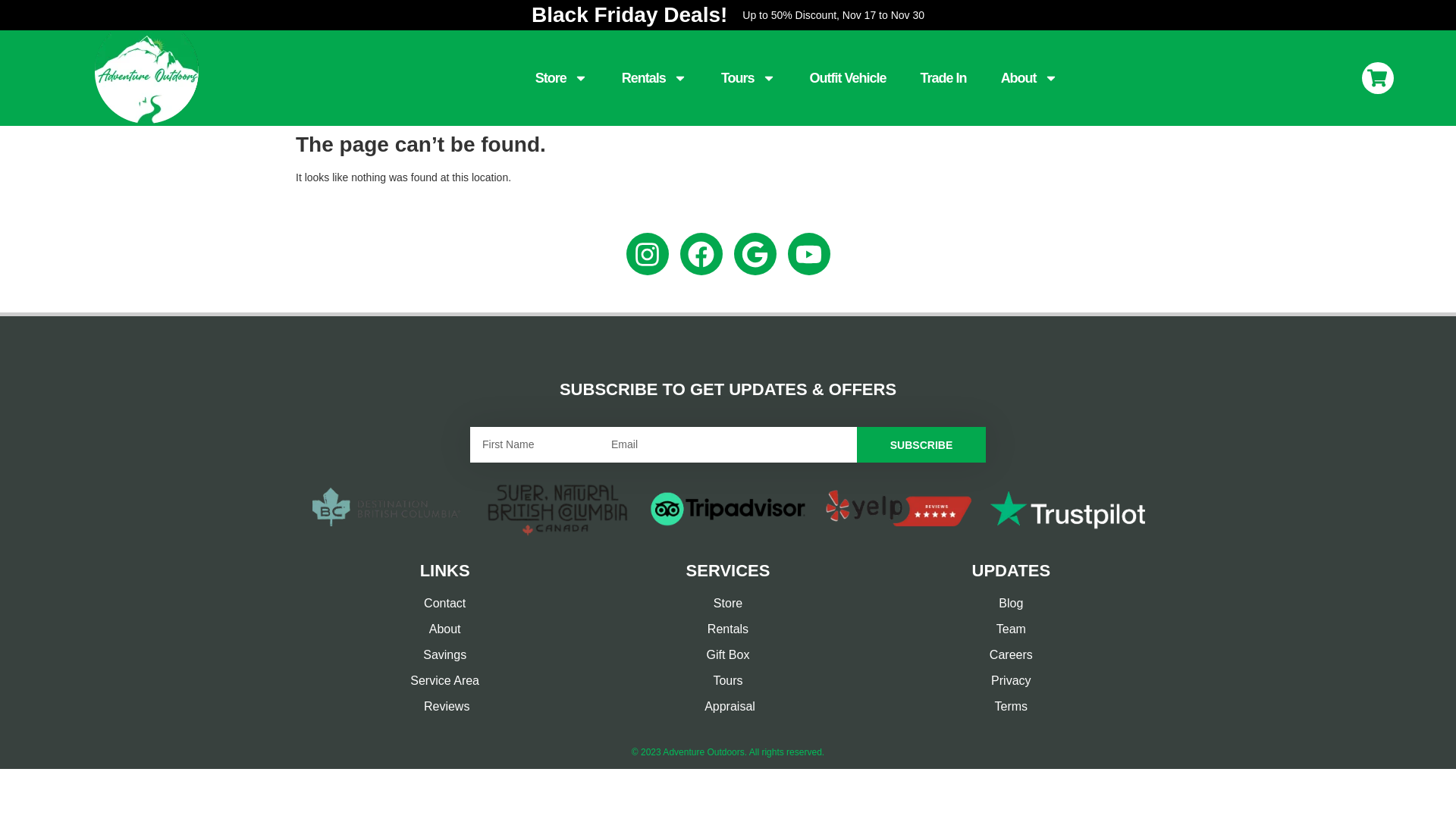 Image resolution: width=1456 pixels, height=819 pixels. What do you see at coordinates (856, 444) in the screenshot?
I see `'SUBSCRIBE'` at bounding box center [856, 444].